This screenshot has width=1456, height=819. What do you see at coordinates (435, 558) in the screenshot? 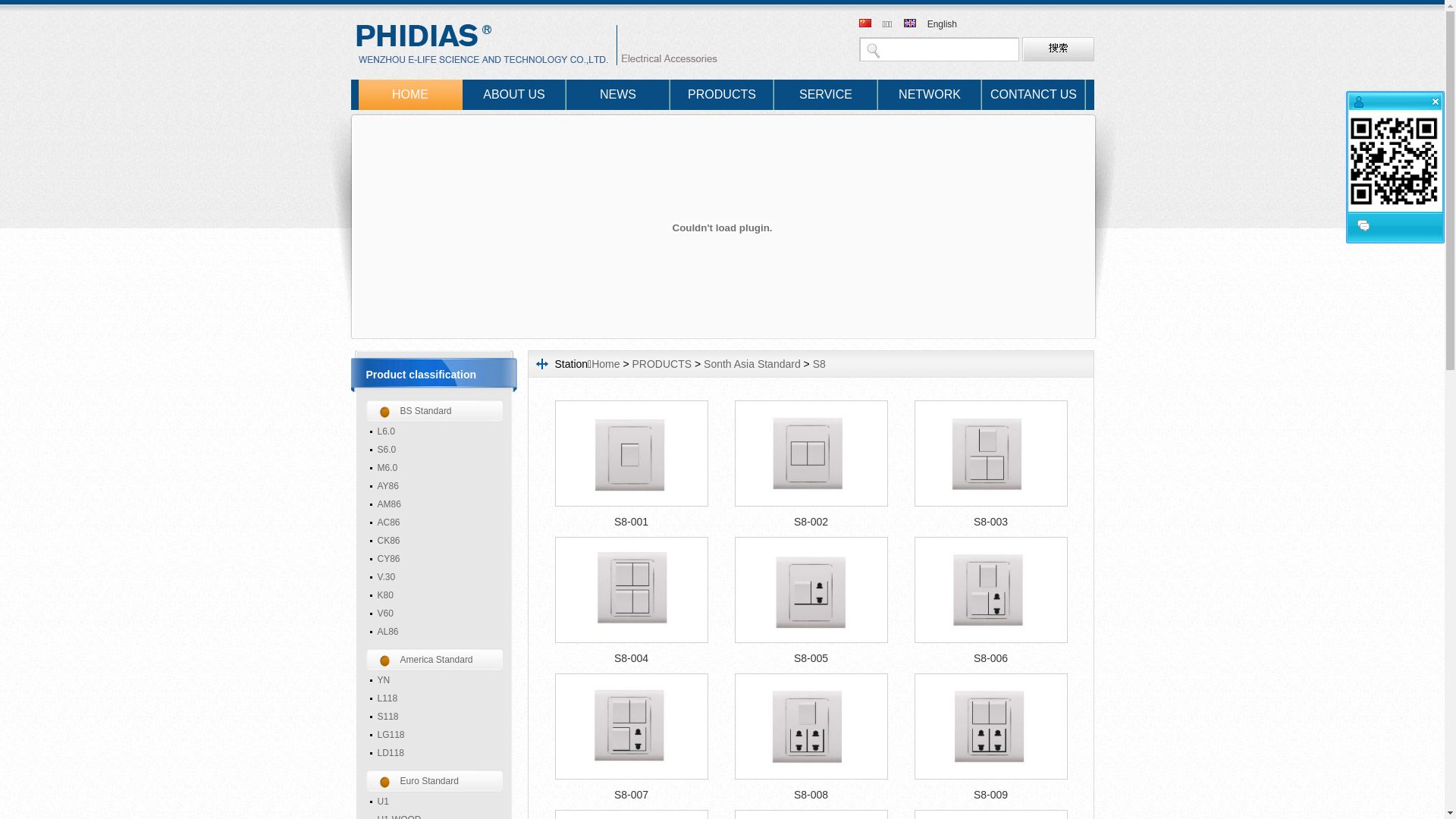
I see `'CY86'` at bounding box center [435, 558].